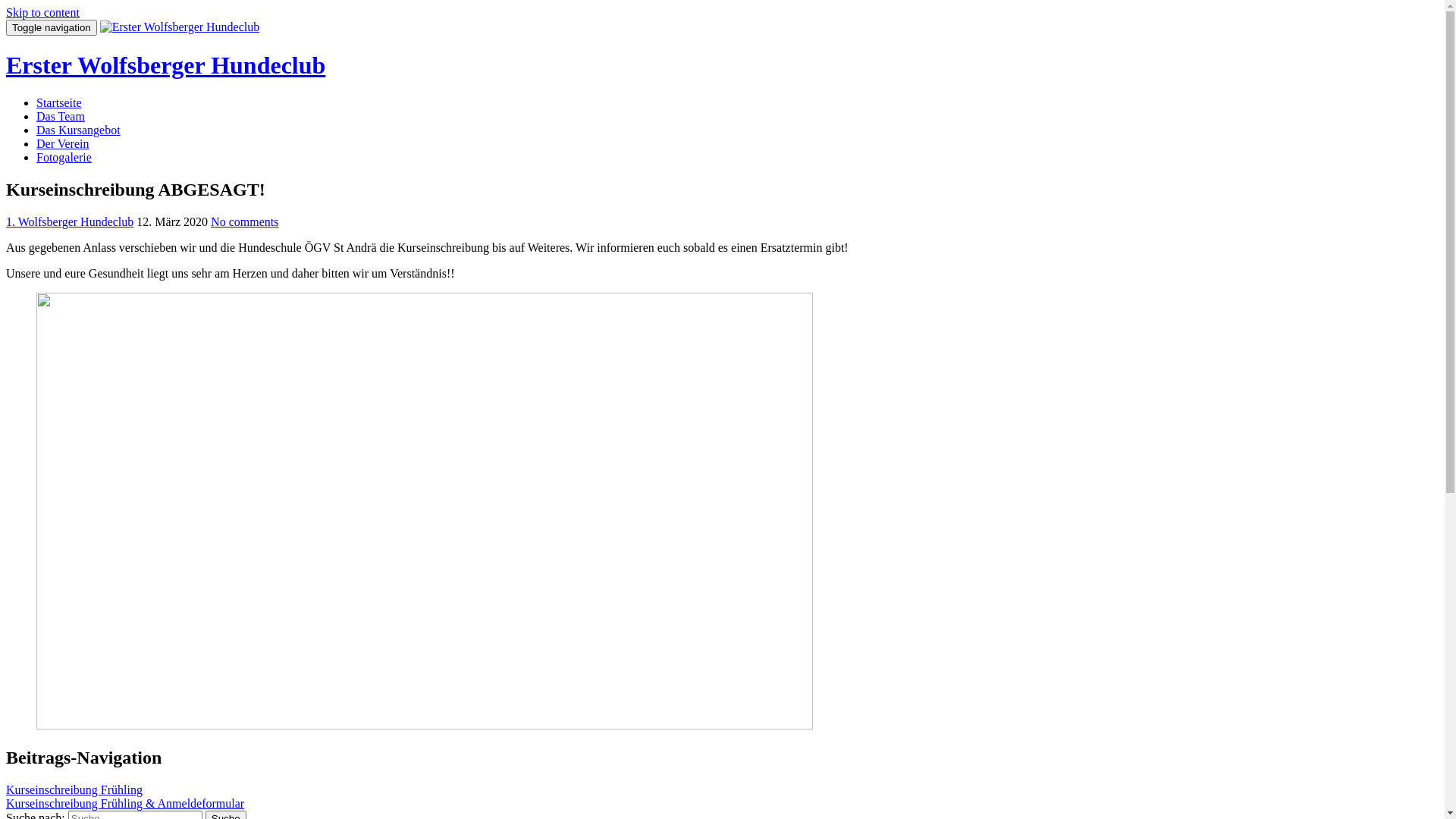 This screenshot has width=1456, height=819. What do you see at coordinates (51, 27) in the screenshot?
I see `'Toggle navigation'` at bounding box center [51, 27].